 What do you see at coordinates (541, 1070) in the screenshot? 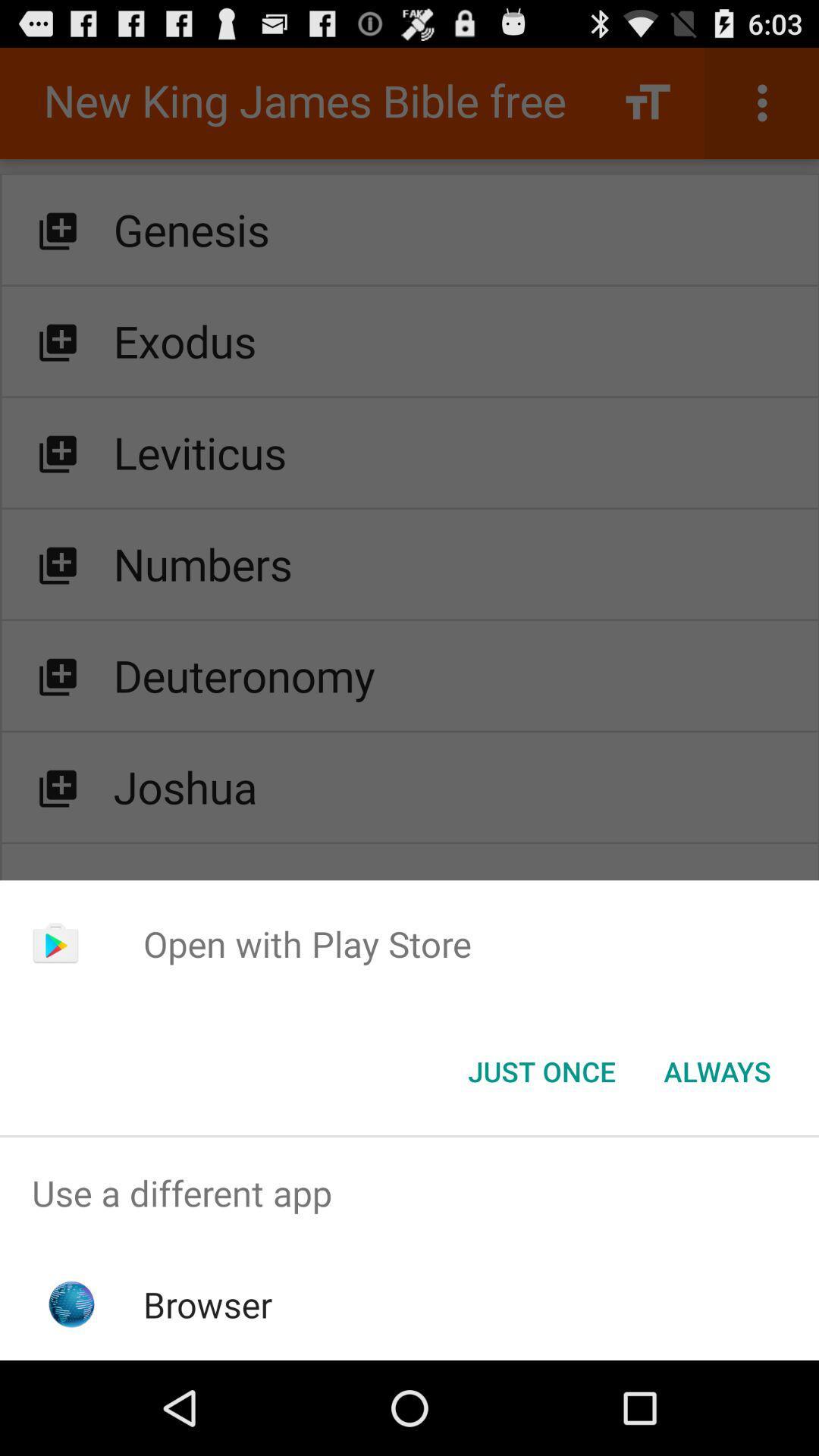
I see `the button to the left of the always icon` at bounding box center [541, 1070].